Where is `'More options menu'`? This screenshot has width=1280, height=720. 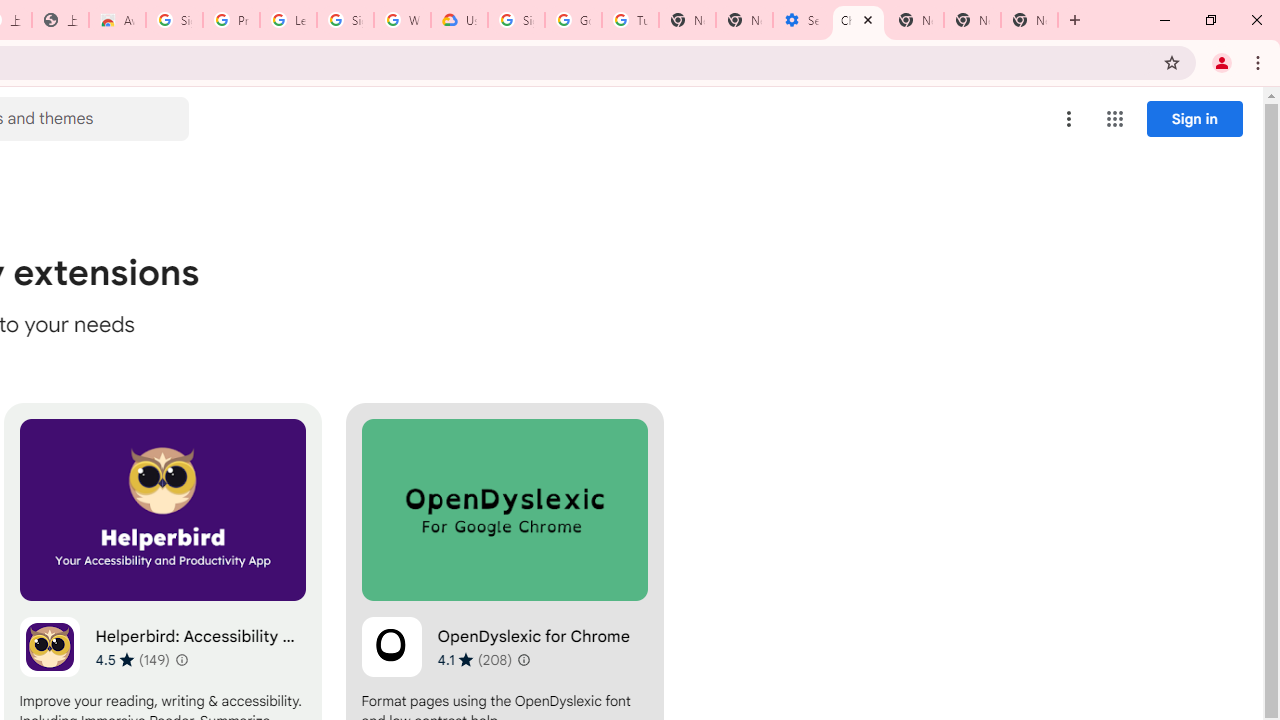
'More options menu' is located at coordinates (1068, 119).